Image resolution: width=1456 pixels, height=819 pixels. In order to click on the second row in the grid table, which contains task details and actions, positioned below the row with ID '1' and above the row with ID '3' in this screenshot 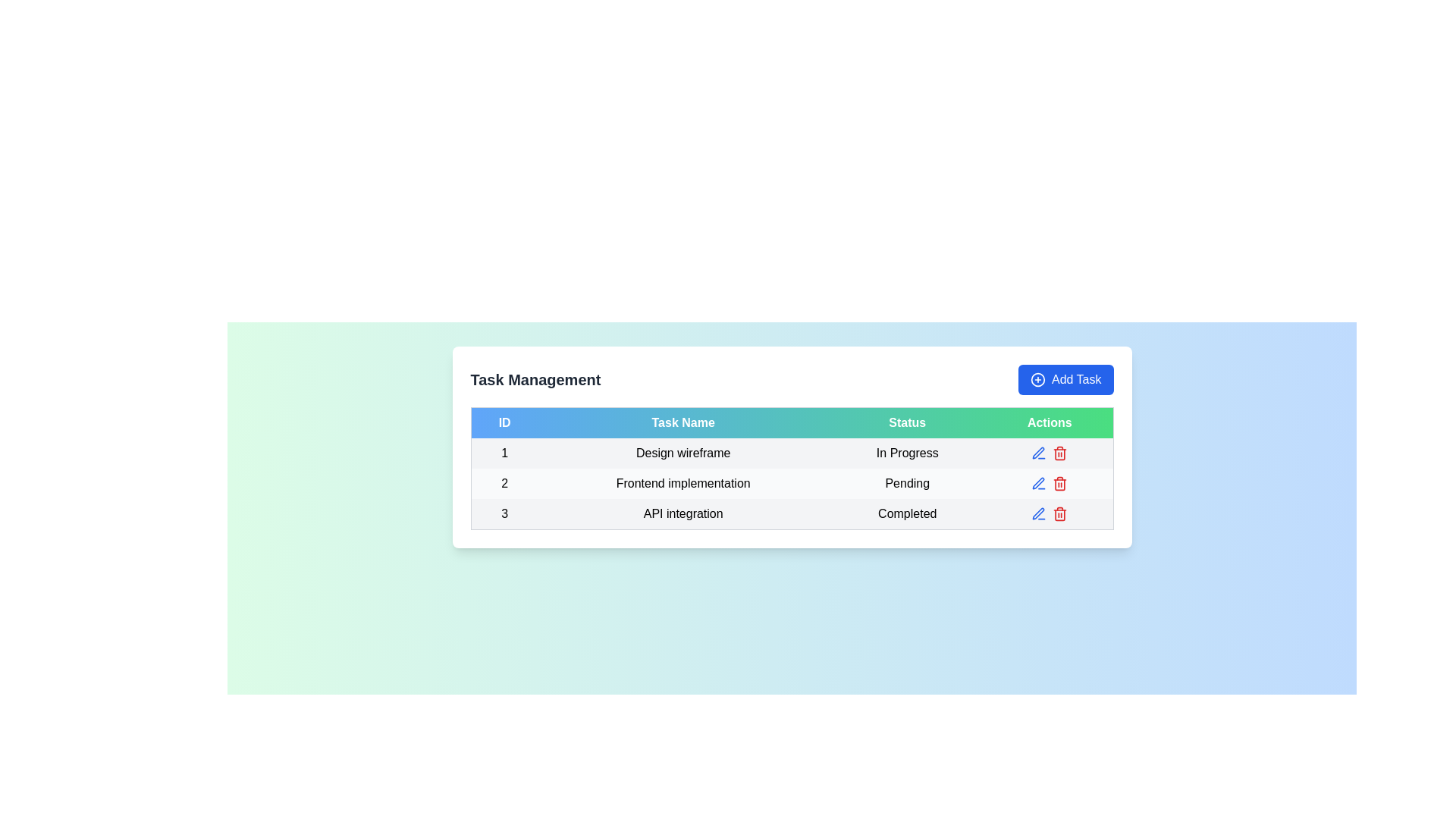, I will do `click(791, 483)`.